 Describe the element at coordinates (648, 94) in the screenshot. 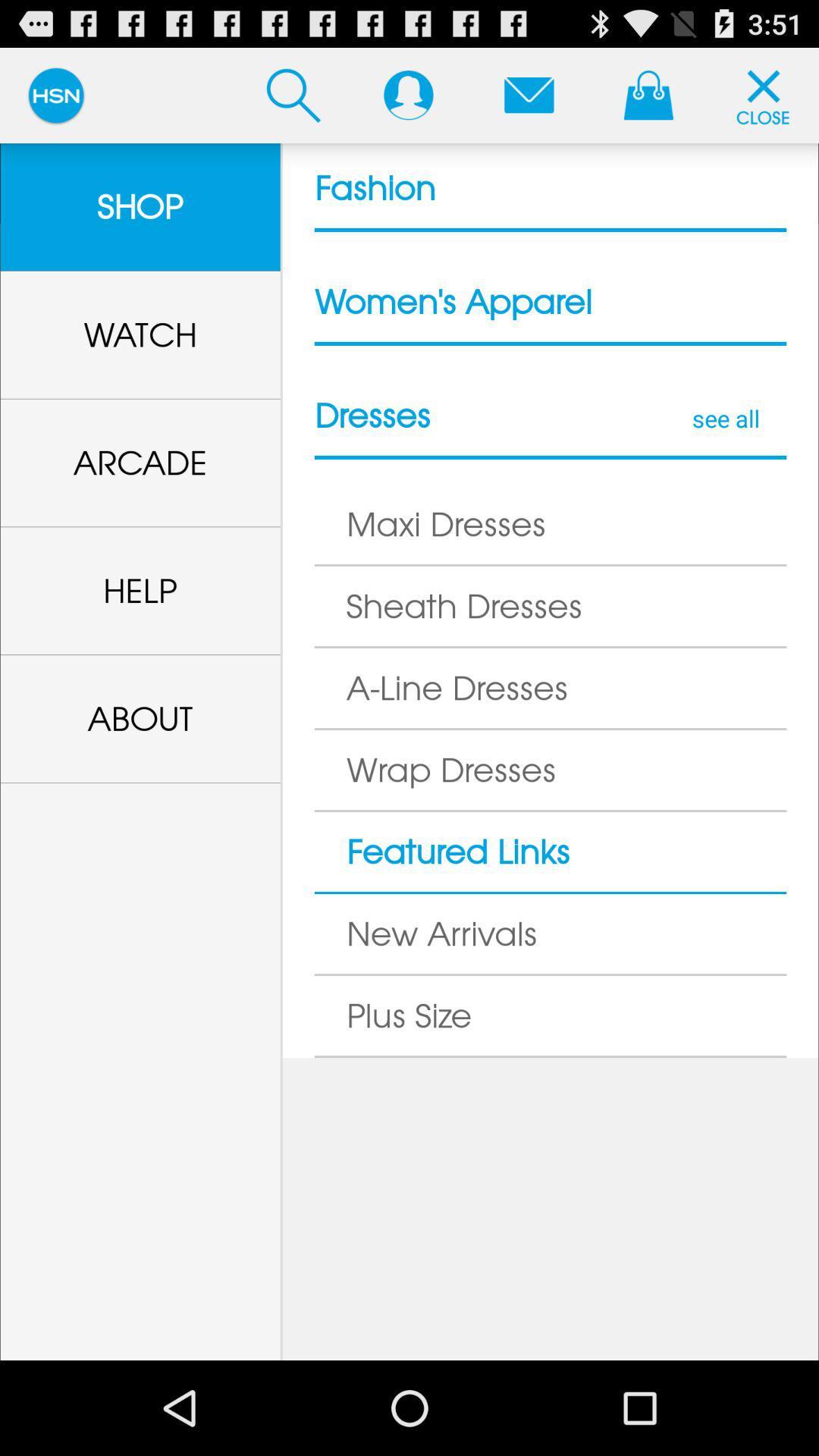

I see `see shopping bag` at that location.